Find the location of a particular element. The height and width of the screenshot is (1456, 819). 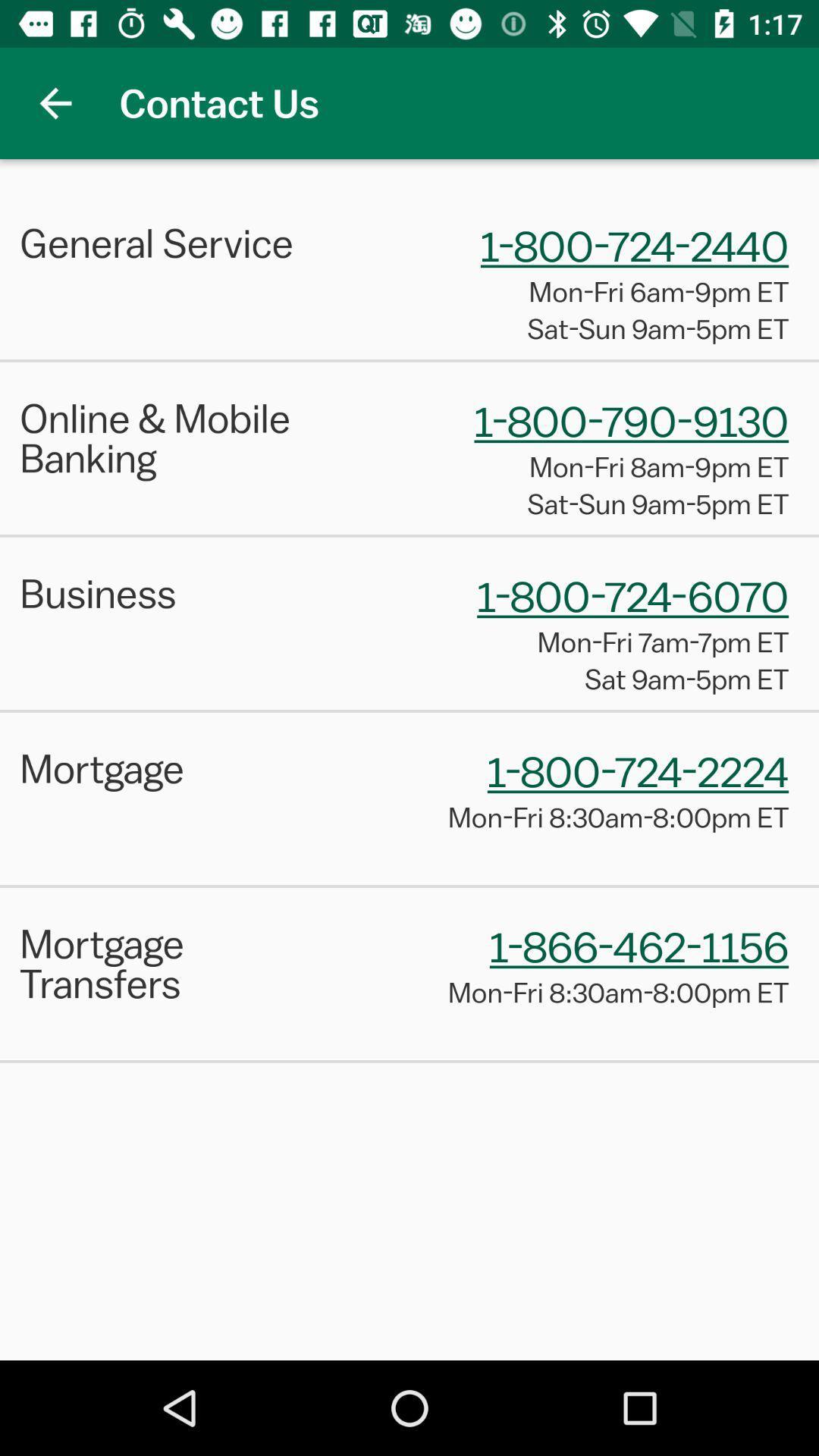

item next to 1 800 724 is located at coordinates (178, 592).